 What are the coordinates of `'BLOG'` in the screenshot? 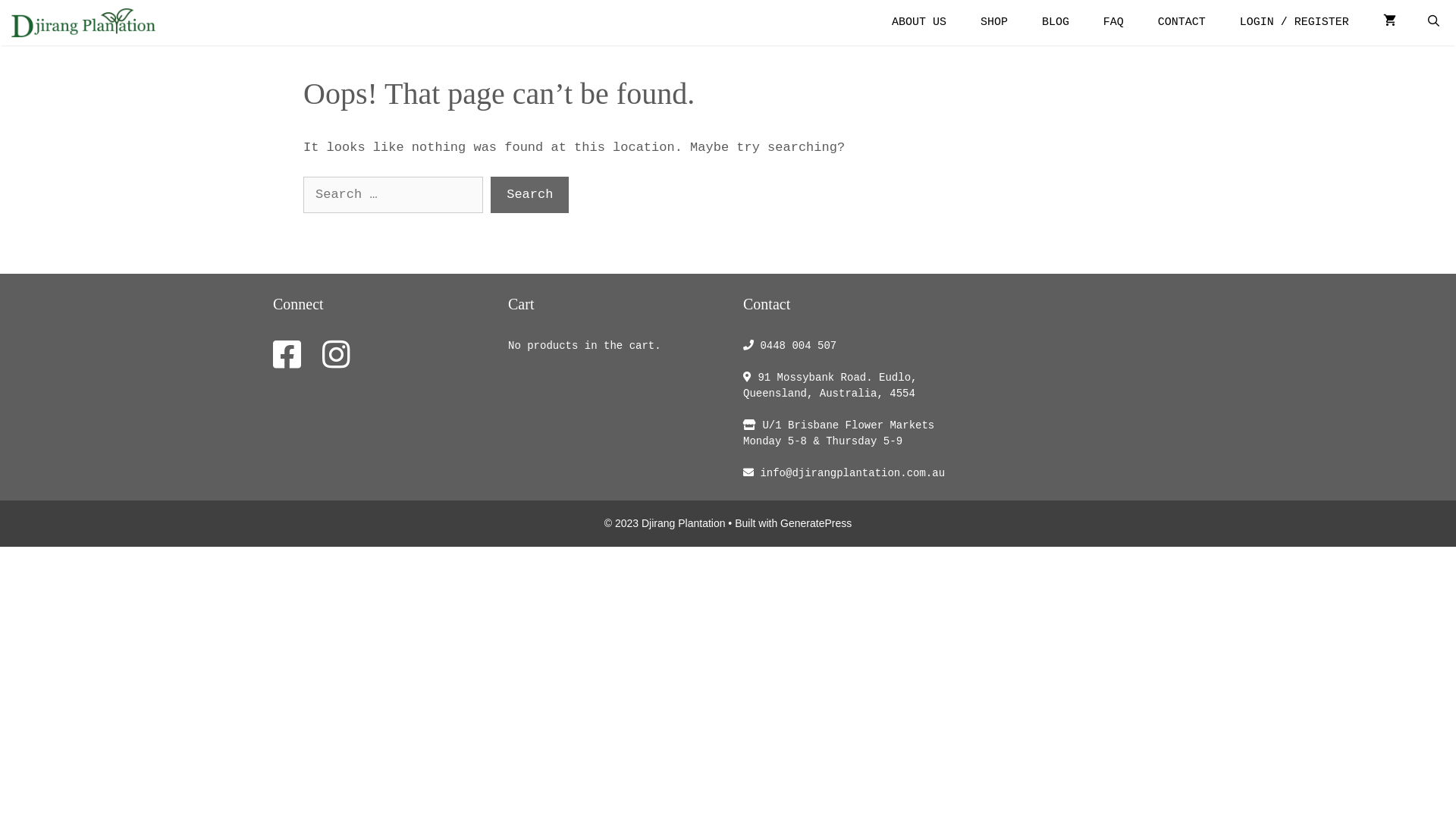 It's located at (1055, 23).